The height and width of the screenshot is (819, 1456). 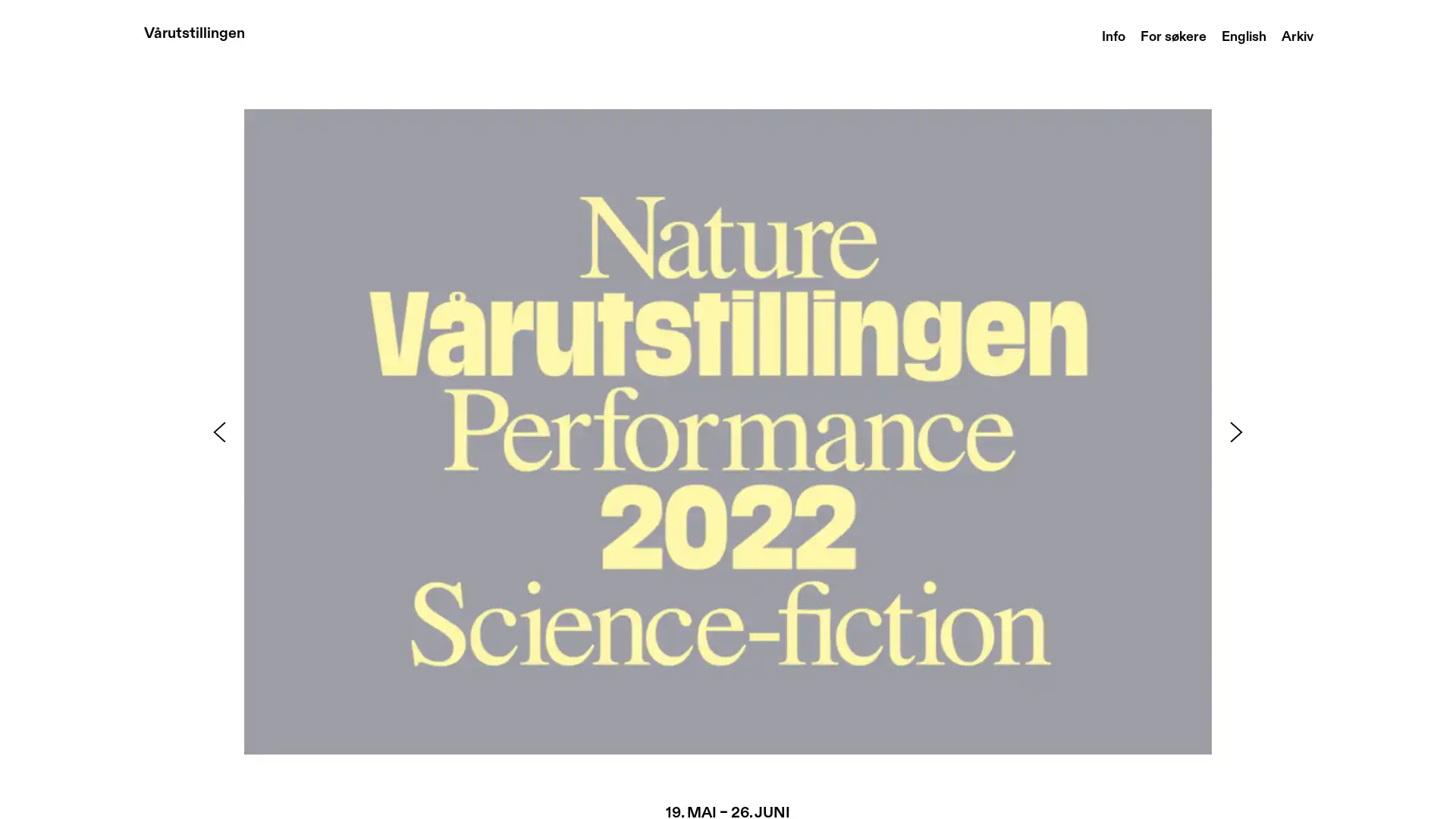 What do you see at coordinates (218, 431) in the screenshot?
I see `Previous slide` at bounding box center [218, 431].